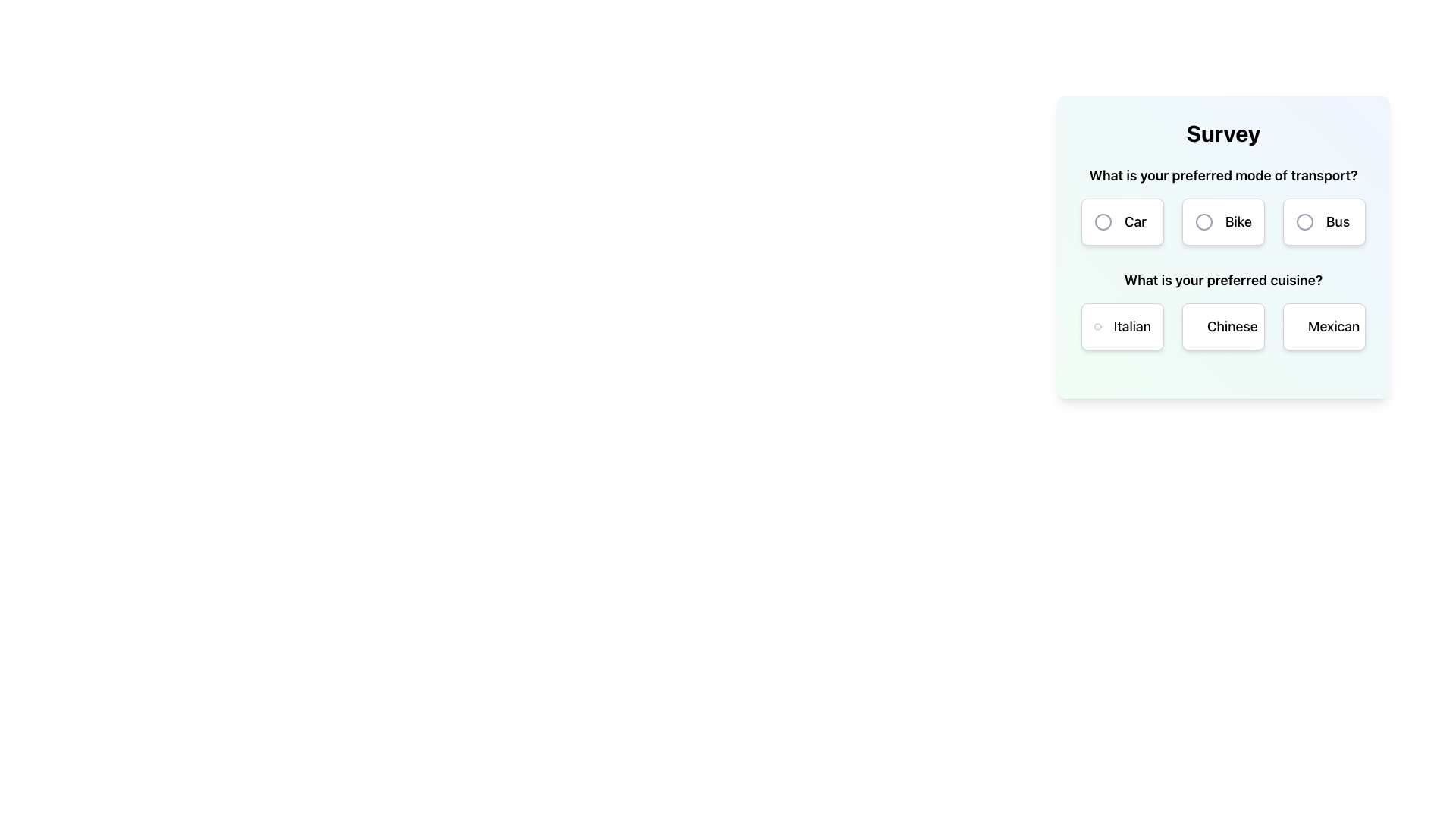  What do you see at coordinates (1223, 281) in the screenshot?
I see `the prominently styled question label that reads 'What is your preferred cuisine?', which is centrally located above the cuisine options` at bounding box center [1223, 281].